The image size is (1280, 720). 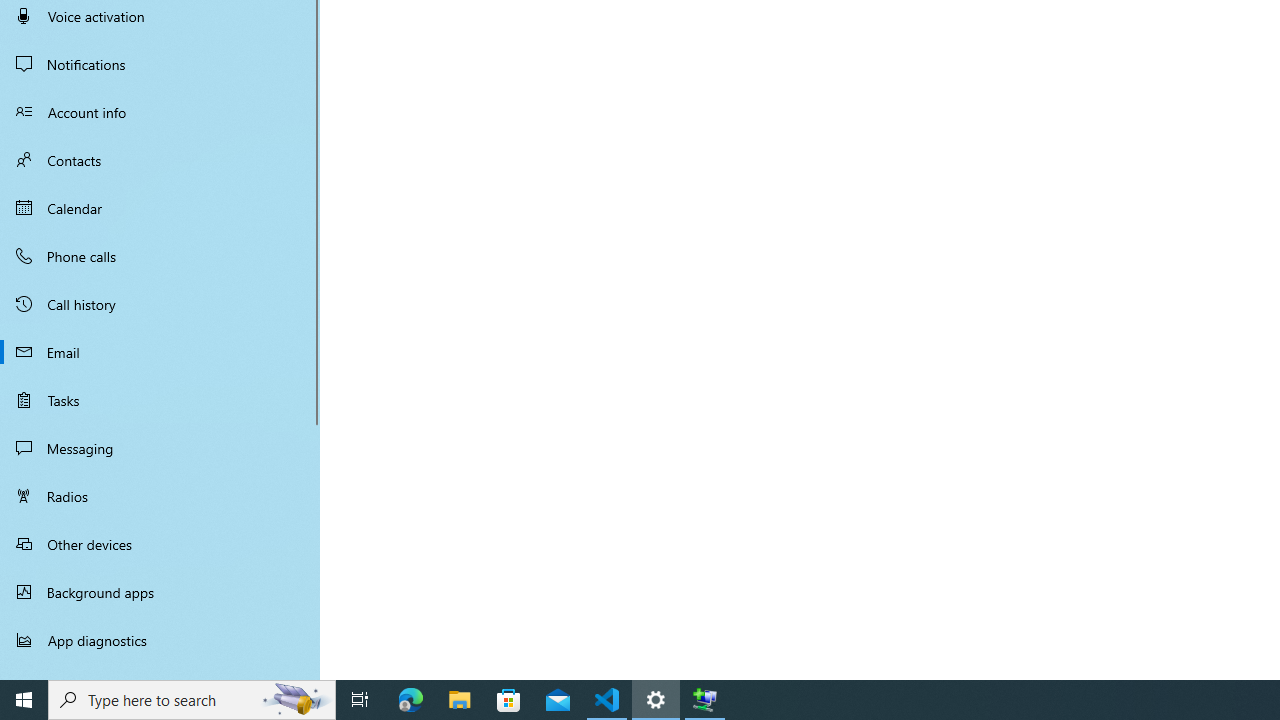 I want to click on 'Account info', so click(x=160, y=111).